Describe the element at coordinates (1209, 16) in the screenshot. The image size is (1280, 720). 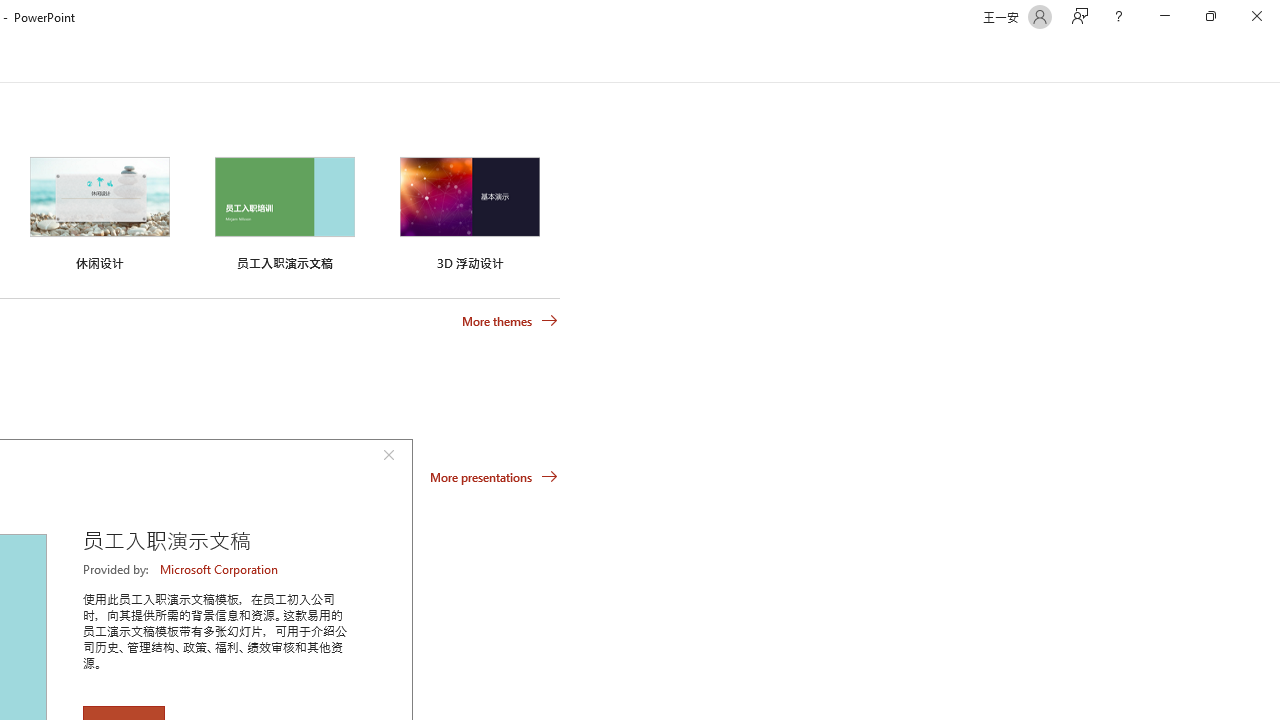
I see `'Restore Down'` at that location.